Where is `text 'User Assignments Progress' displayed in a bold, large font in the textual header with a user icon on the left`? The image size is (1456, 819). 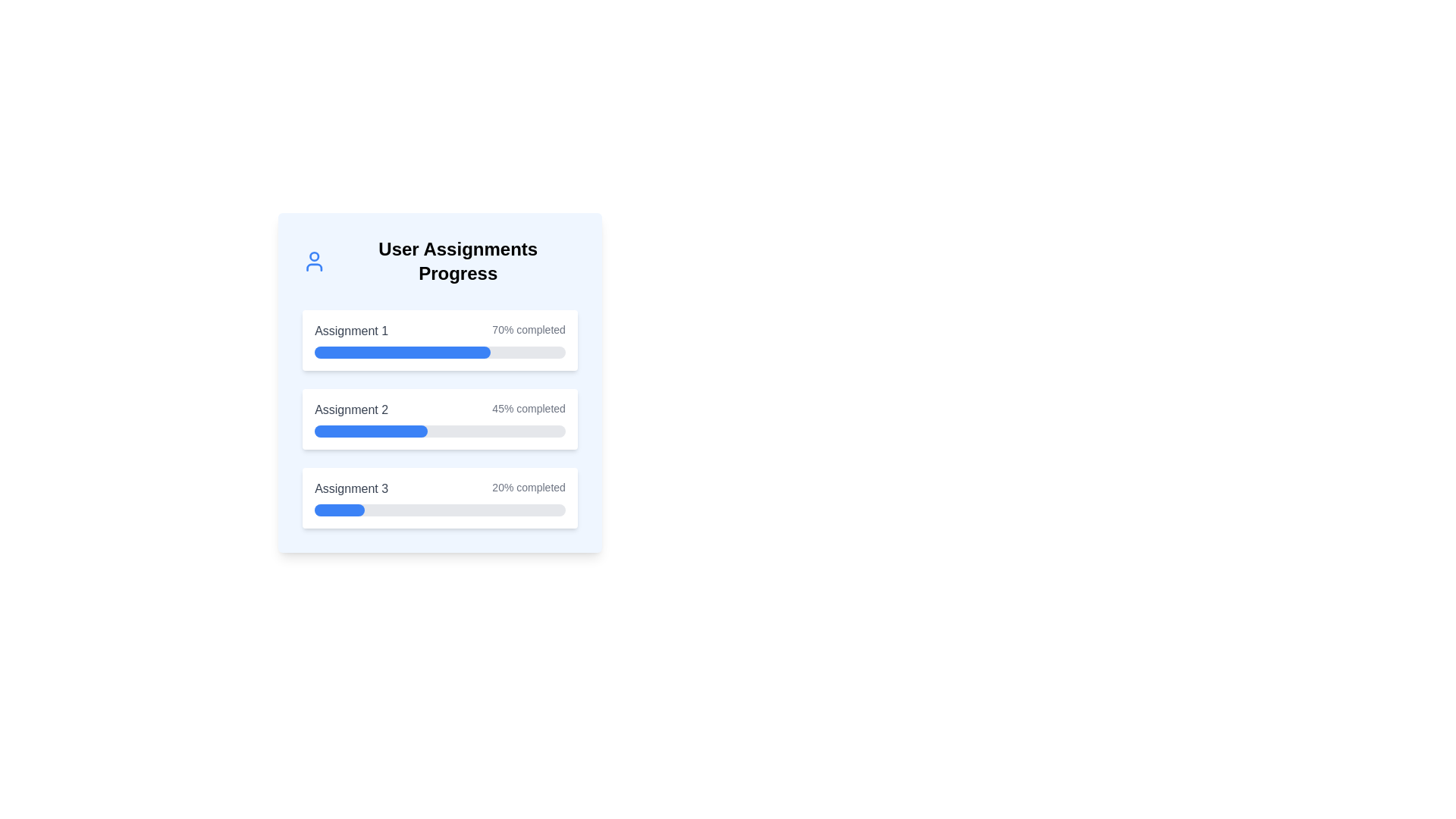 text 'User Assignments Progress' displayed in a bold, large font in the textual header with a user icon on the left is located at coordinates (439, 260).